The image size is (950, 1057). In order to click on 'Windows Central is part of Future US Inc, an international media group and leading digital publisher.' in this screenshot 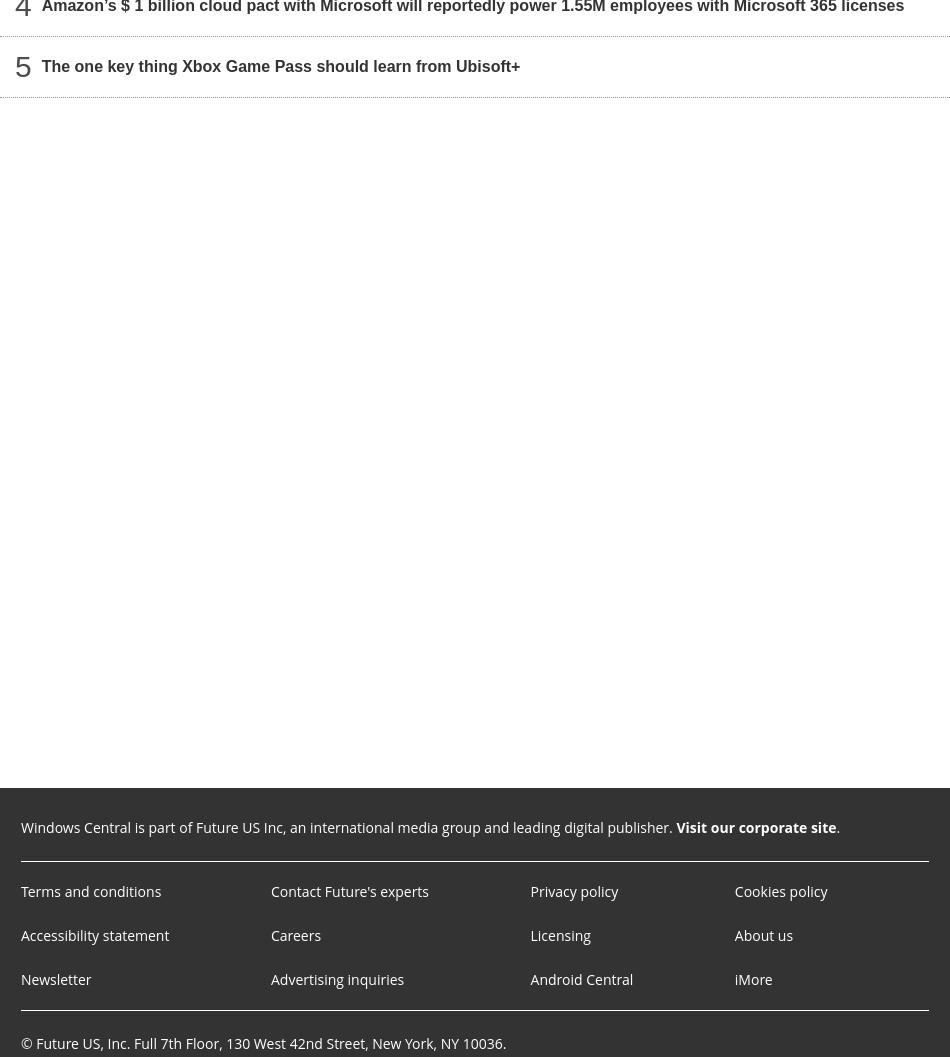, I will do `click(20, 827)`.